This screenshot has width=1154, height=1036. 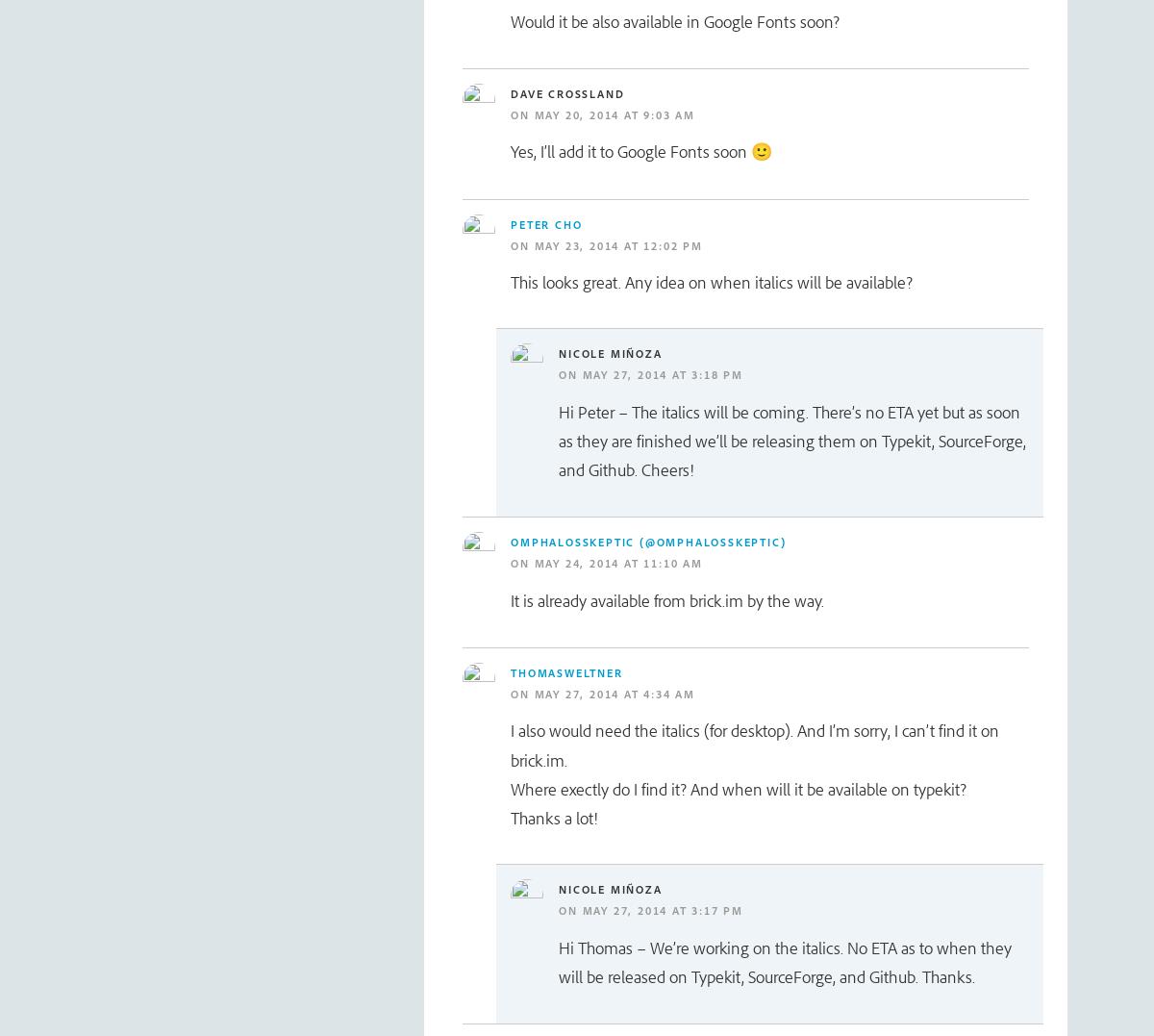 What do you see at coordinates (792, 441) in the screenshot?
I see `'Hi Peter – The italics will be coming. There’s no ETA yet but as soon as they are finished we’ll be releasing them on Typekit, SourceForge, and Github. Cheers!'` at bounding box center [792, 441].